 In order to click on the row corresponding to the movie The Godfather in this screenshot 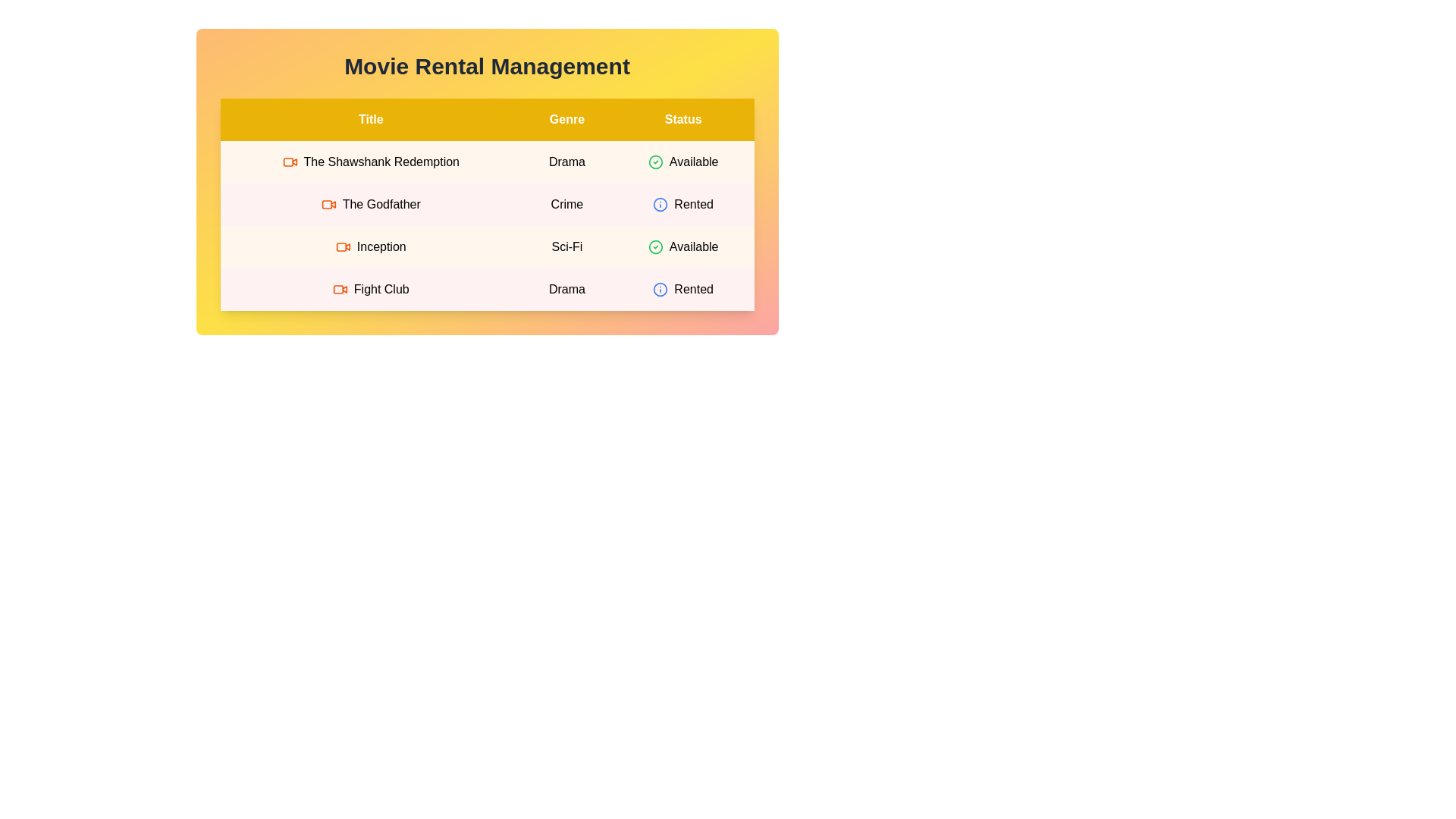, I will do `click(487, 205)`.